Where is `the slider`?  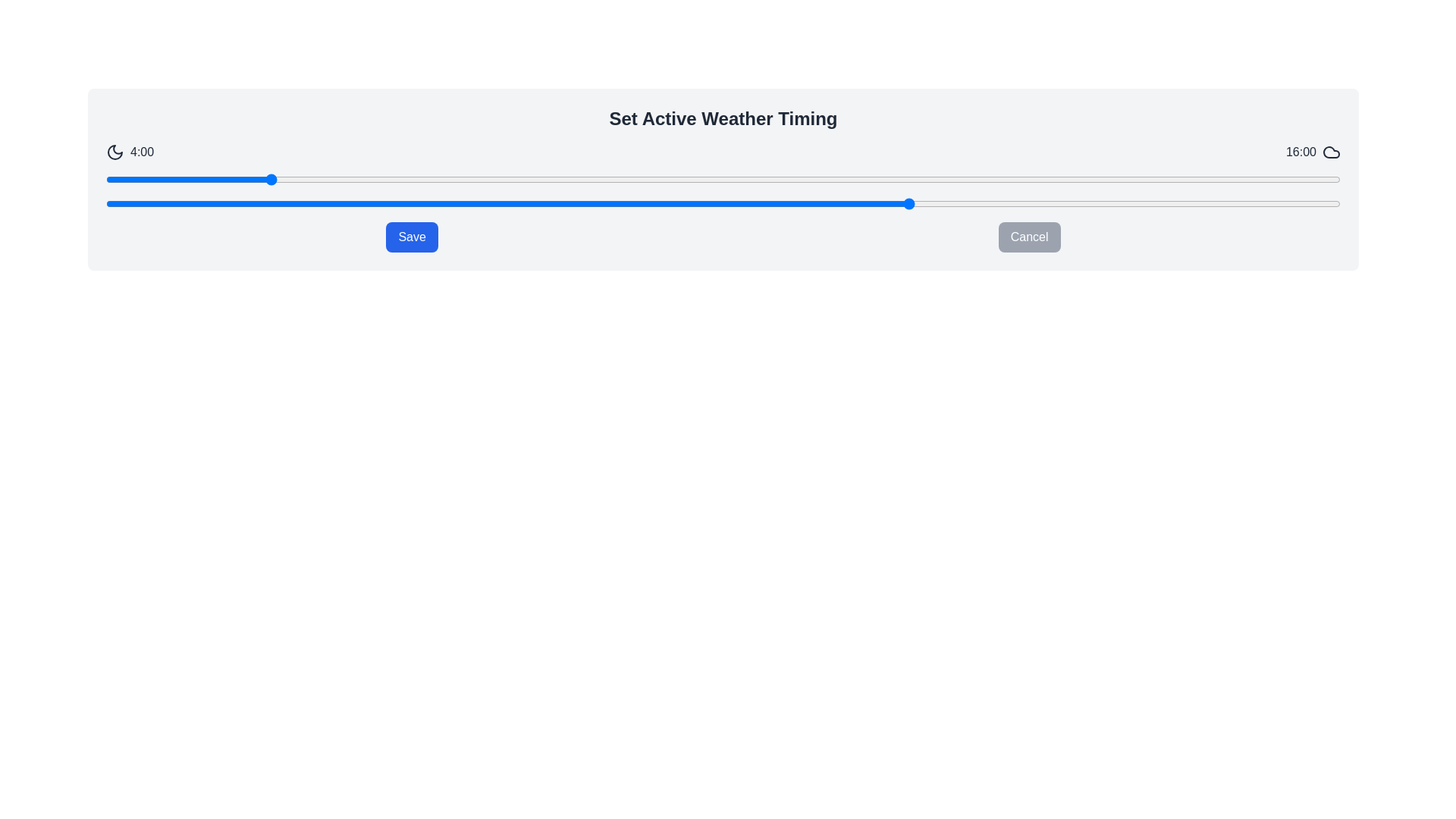
the slider is located at coordinates (1072, 203).